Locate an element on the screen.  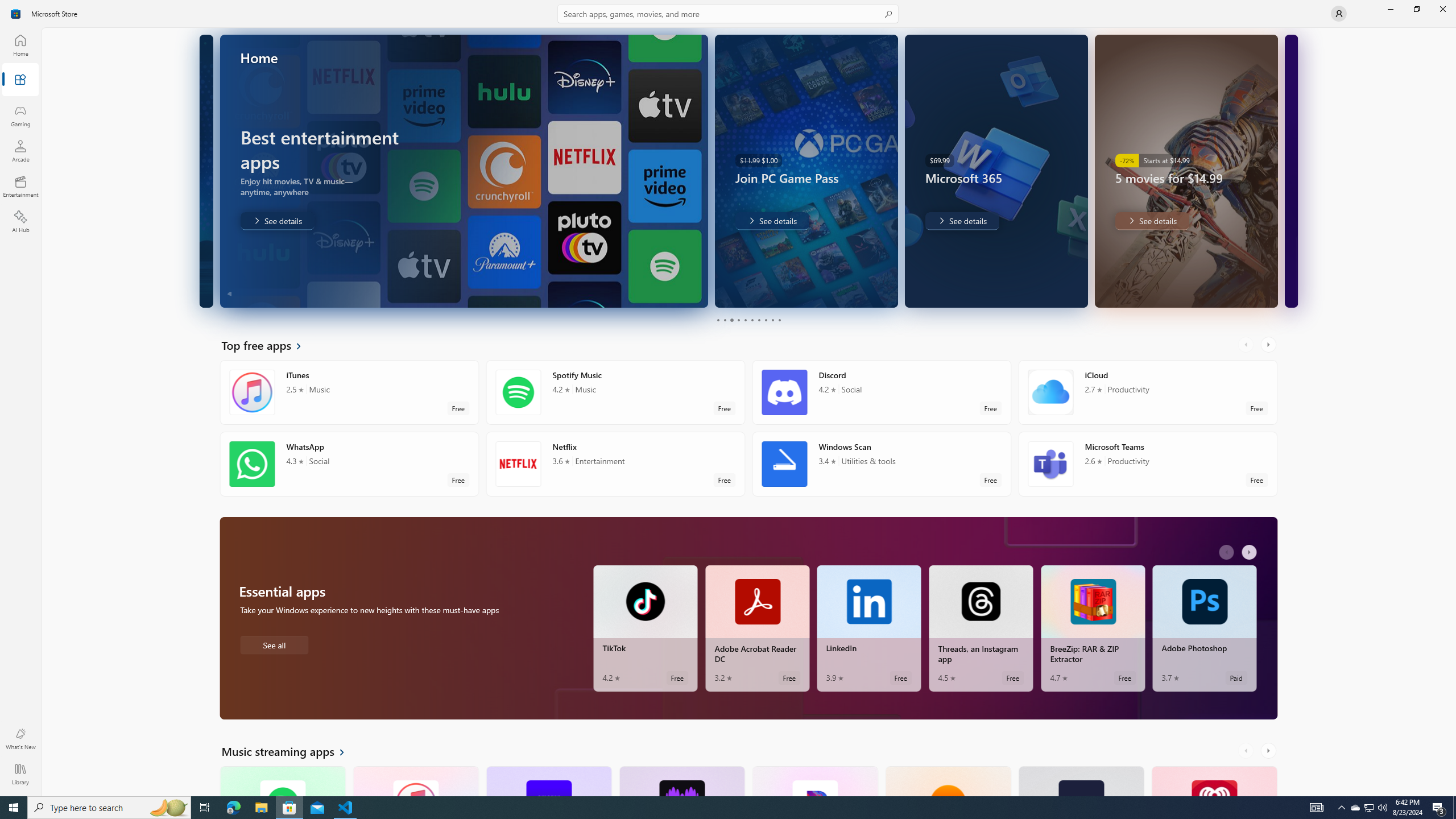
'AI Hub' is located at coordinates (19, 221).